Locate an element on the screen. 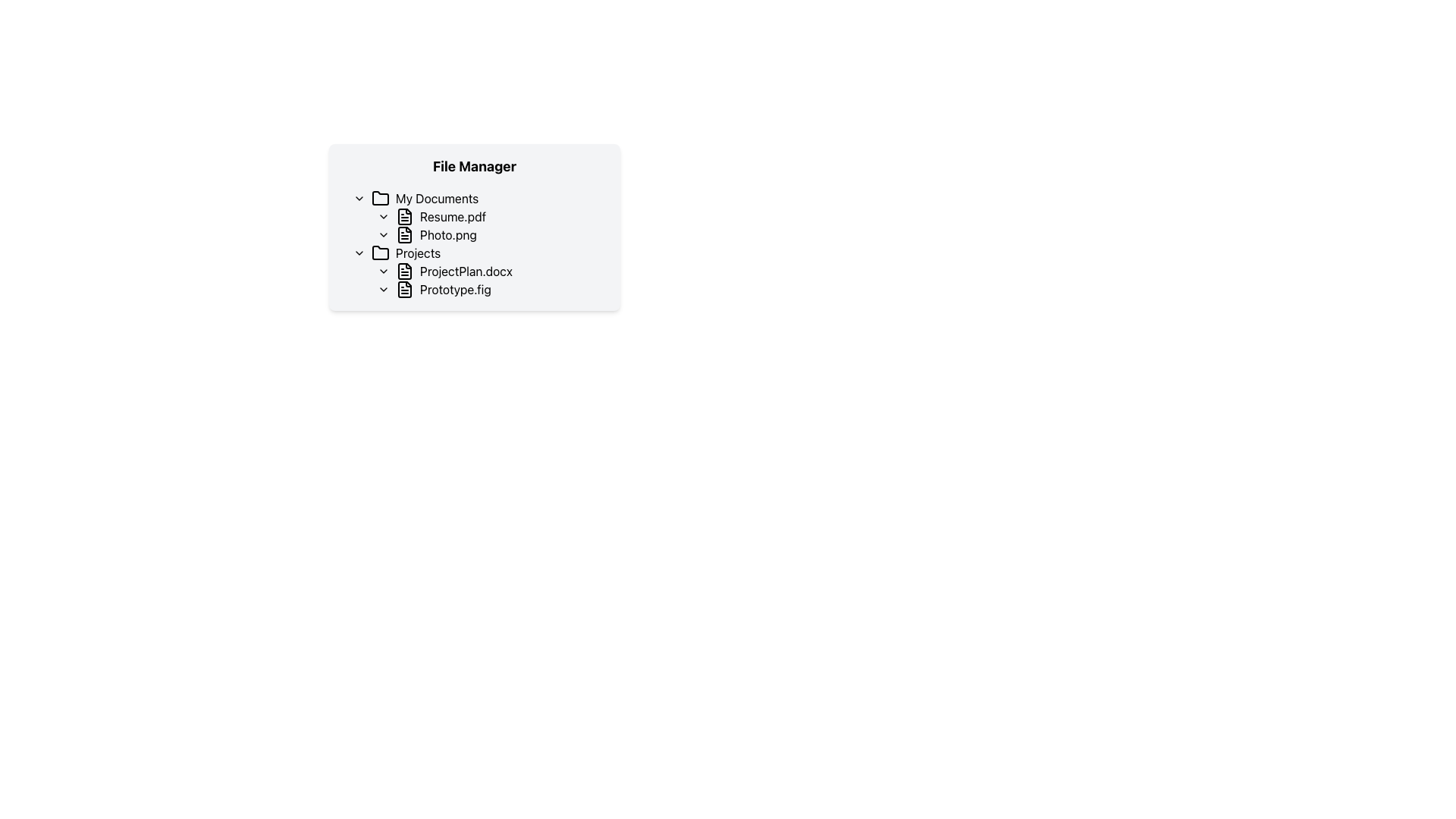  the icon resembling a paper document with lines indicating text, which is positioned to the left of the label 'Photo.png' in the 'My Documents' folder is located at coordinates (404, 234).